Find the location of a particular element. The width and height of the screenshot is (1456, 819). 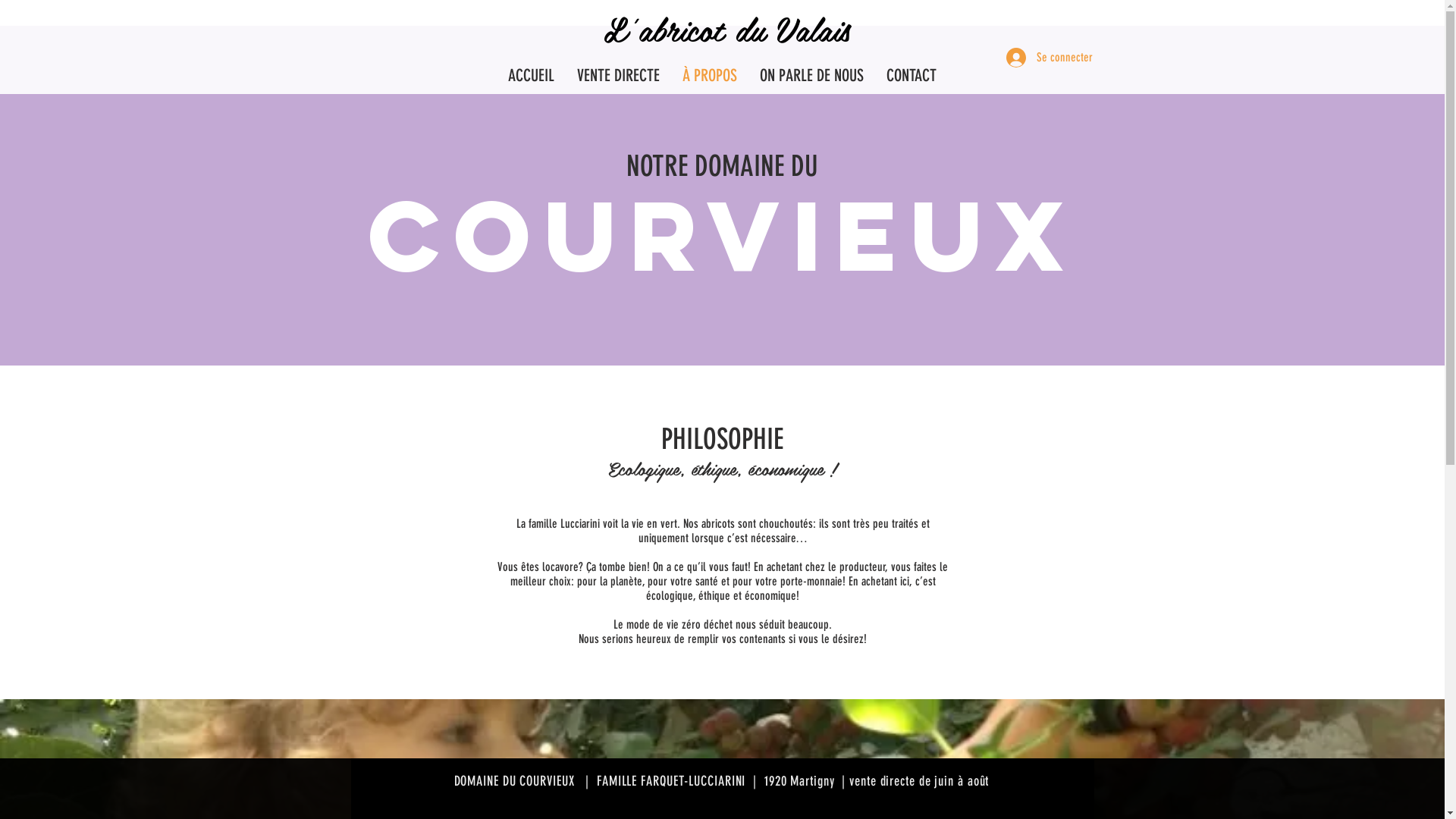

'Se connecter' is located at coordinates (1040, 57).